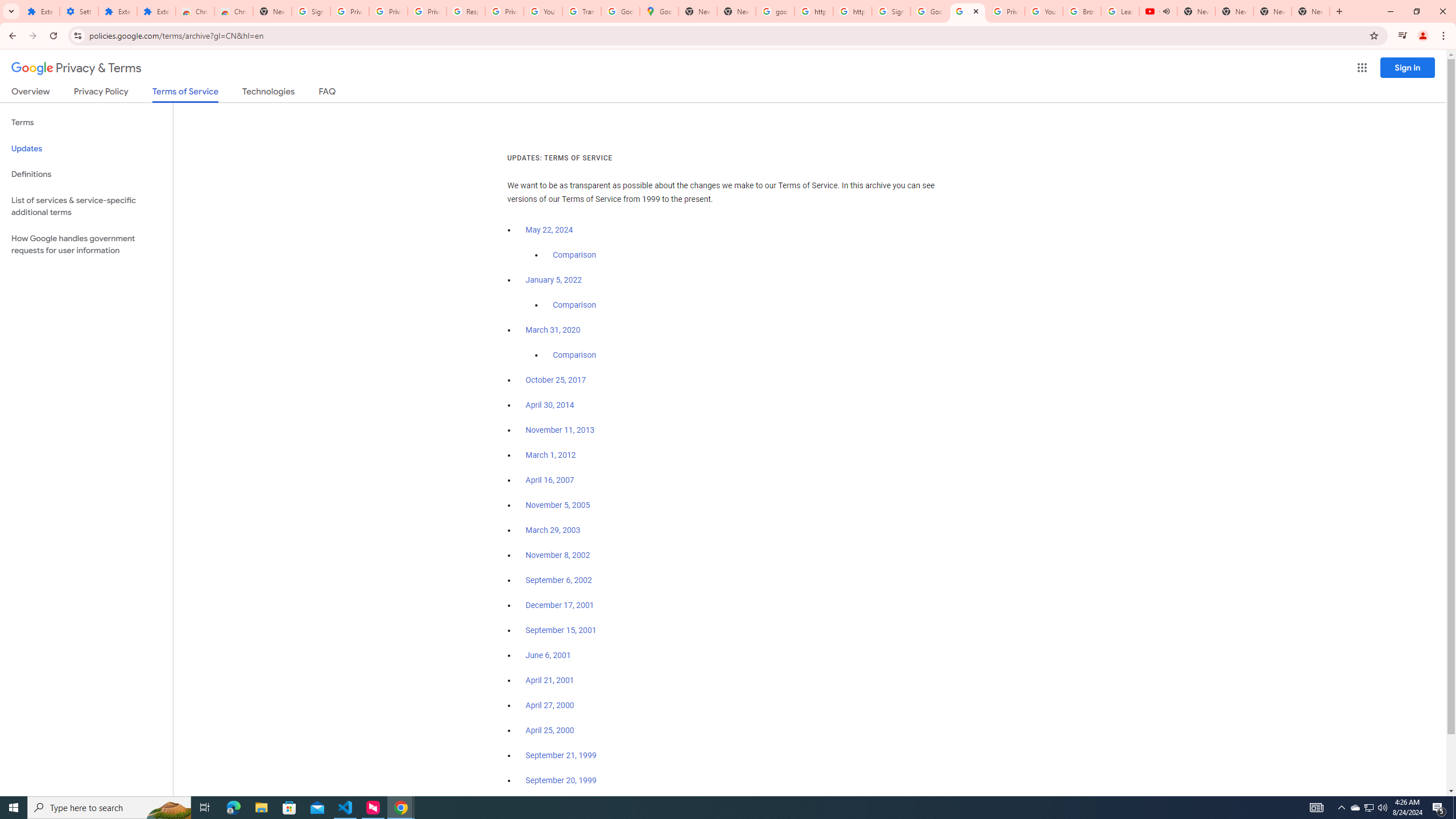 Image resolution: width=1456 pixels, height=819 pixels. Describe the element at coordinates (560, 429) in the screenshot. I see `'November 11, 2013'` at that location.